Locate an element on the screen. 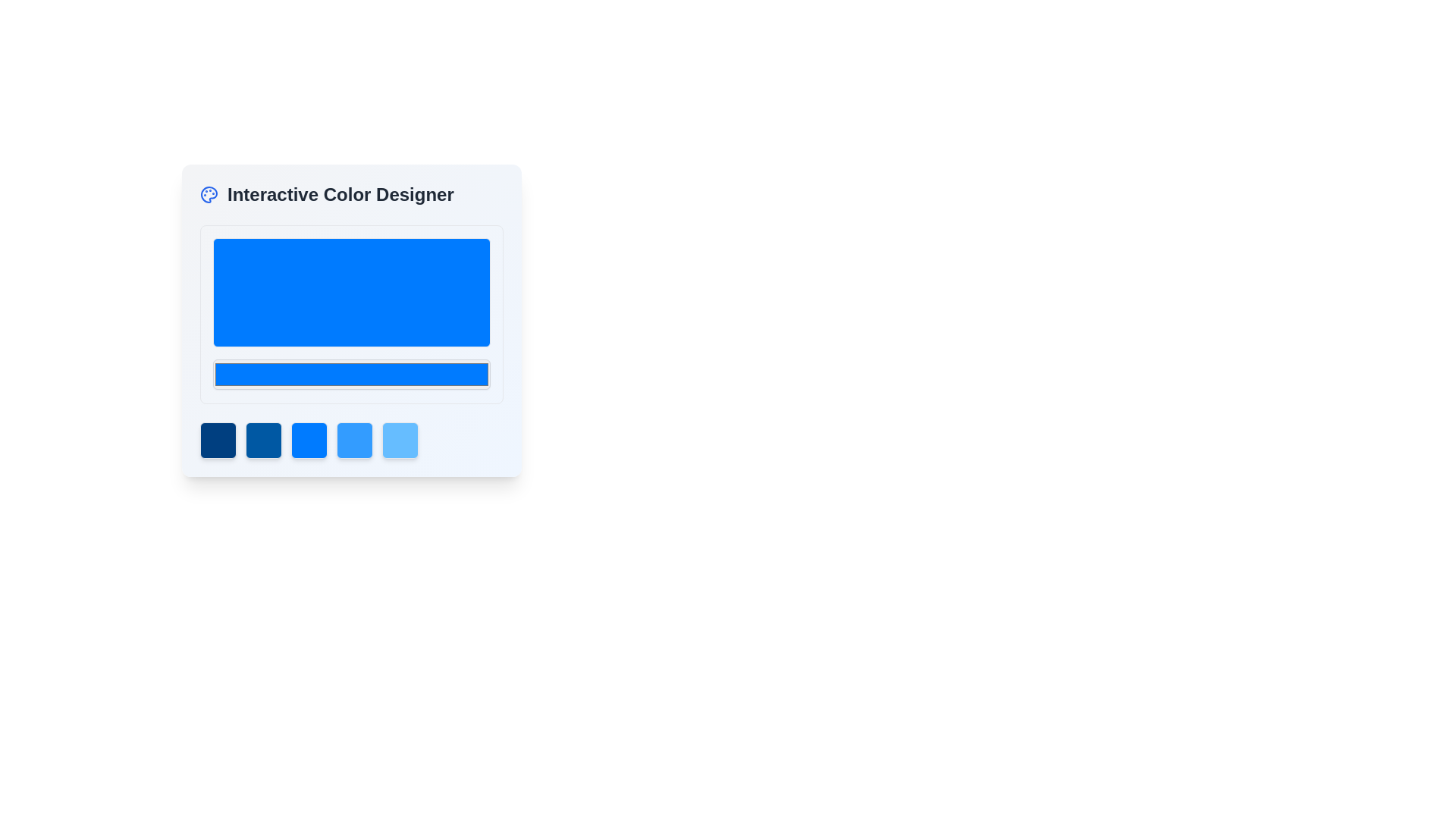 The width and height of the screenshot is (1456, 819). the fifth selectable element in the row under the title 'Interactive Color Designer', which is a square element with rounded corners and a light blue color is located at coordinates (400, 441).